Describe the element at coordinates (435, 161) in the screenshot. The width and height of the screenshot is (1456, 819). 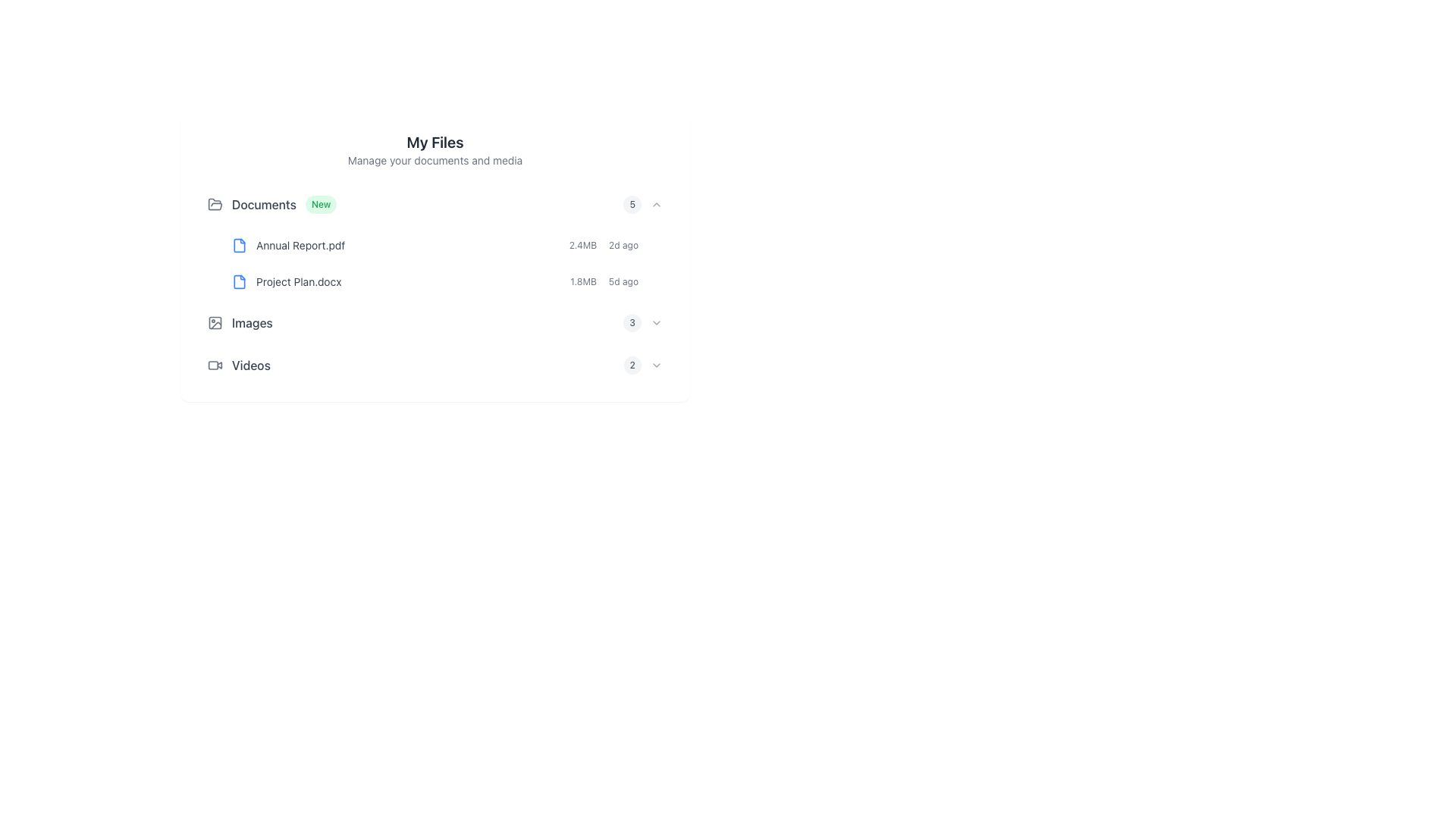
I see `the static text element located directly under the 'My Files' title, which provides additional context about this section` at that location.